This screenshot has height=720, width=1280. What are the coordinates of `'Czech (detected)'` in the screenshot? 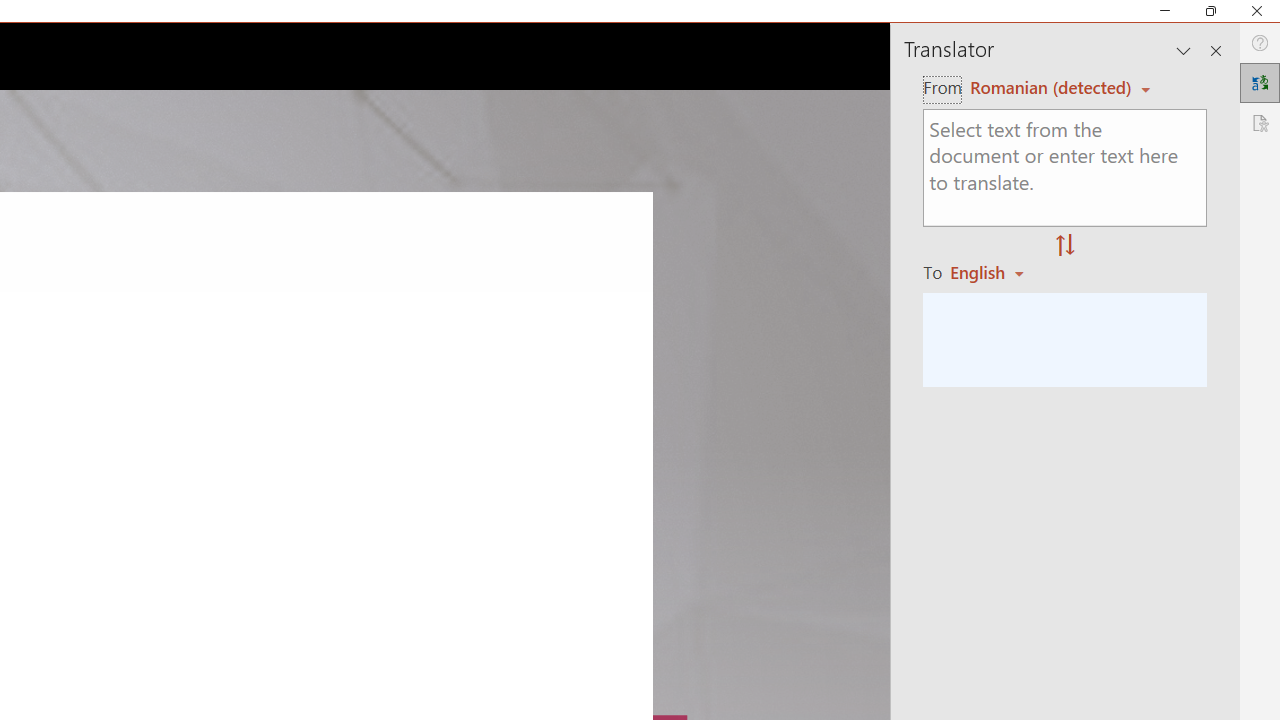 It's located at (1046, 86).